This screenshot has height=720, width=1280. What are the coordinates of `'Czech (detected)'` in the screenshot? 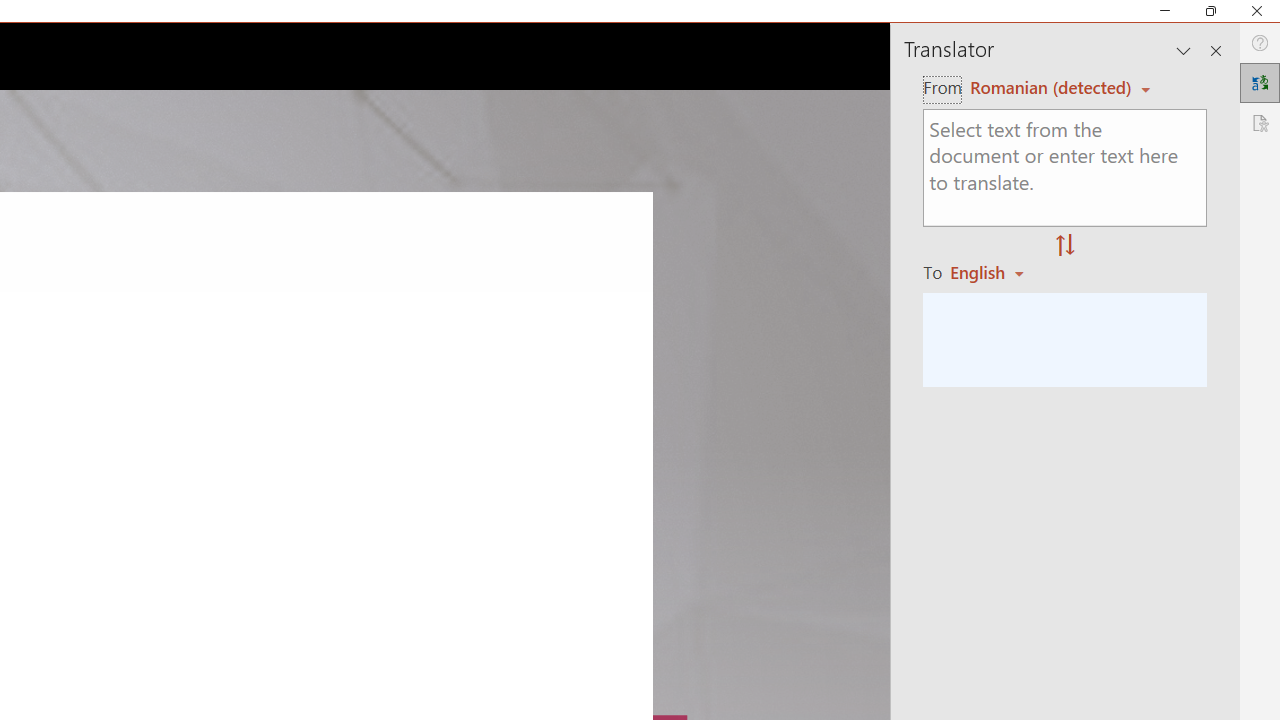 It's located at (1046, 86).